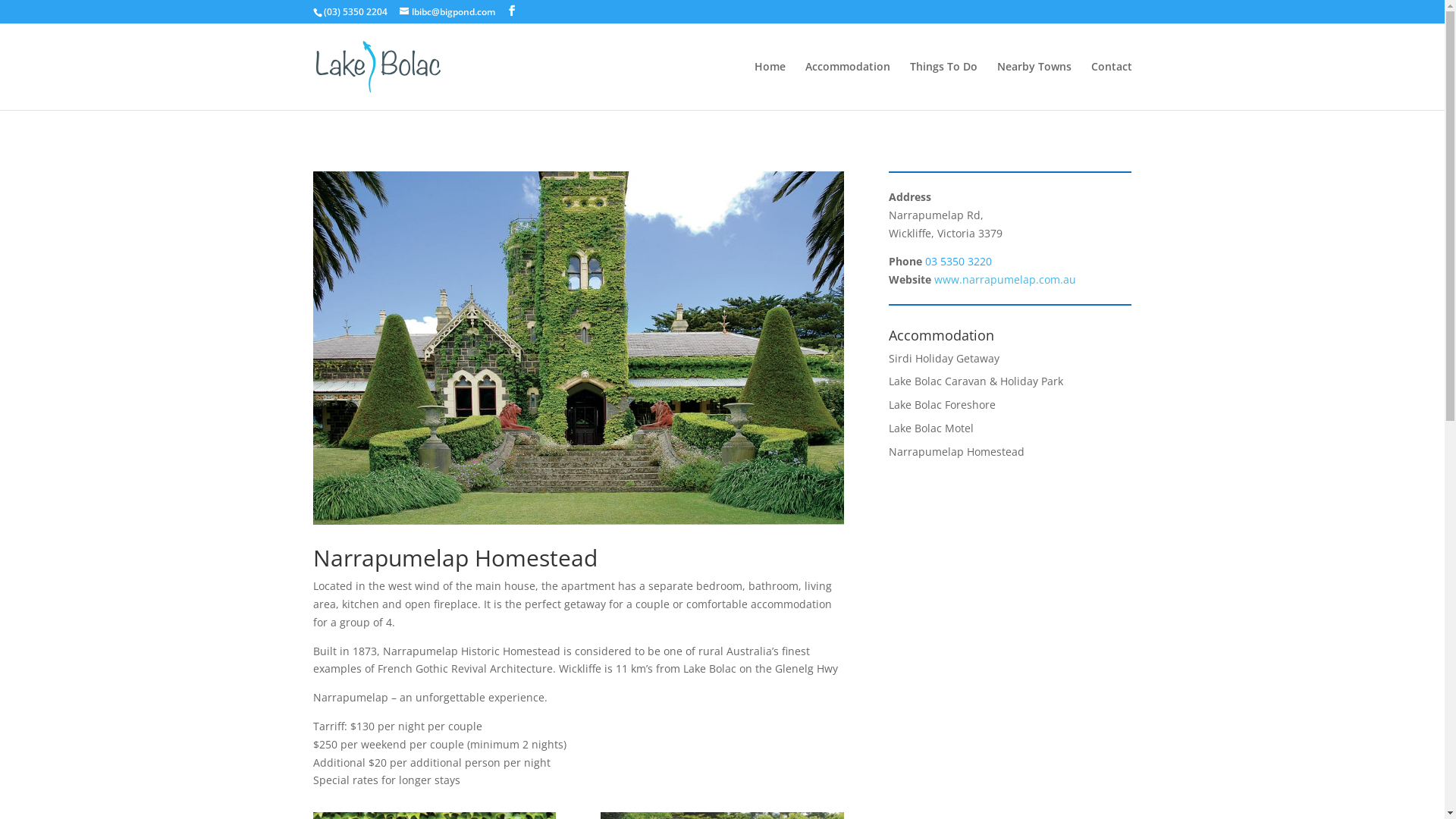 This screenshot has height=819, width=1456. Describe the element at coordinates (975, 380) in the screenshot. I see `'Lake Bolac Caravan & Holiday Park'` at that location.